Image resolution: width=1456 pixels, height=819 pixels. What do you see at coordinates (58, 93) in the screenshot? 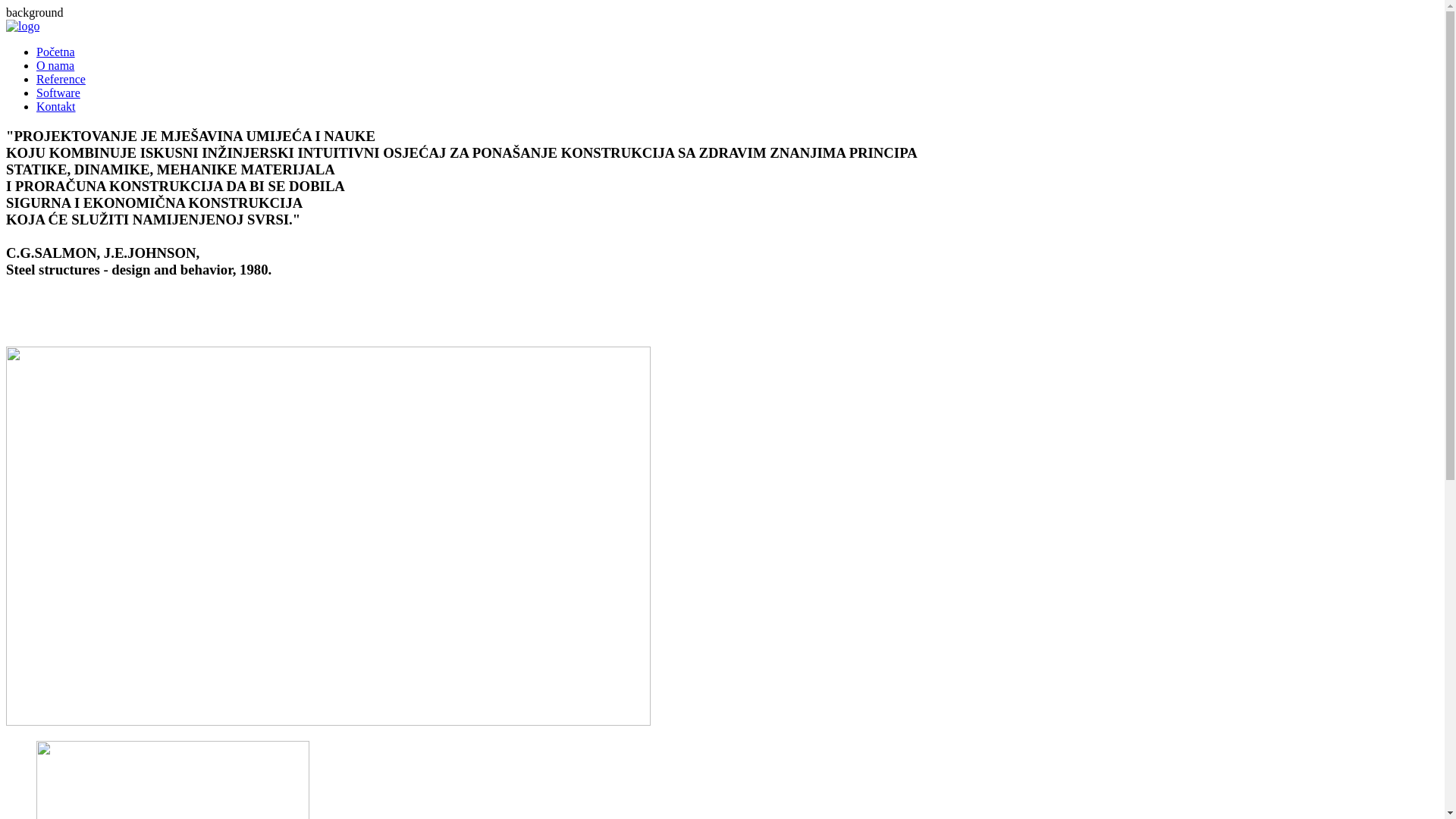
I see `'Software'` at bounding box center [58, 93].